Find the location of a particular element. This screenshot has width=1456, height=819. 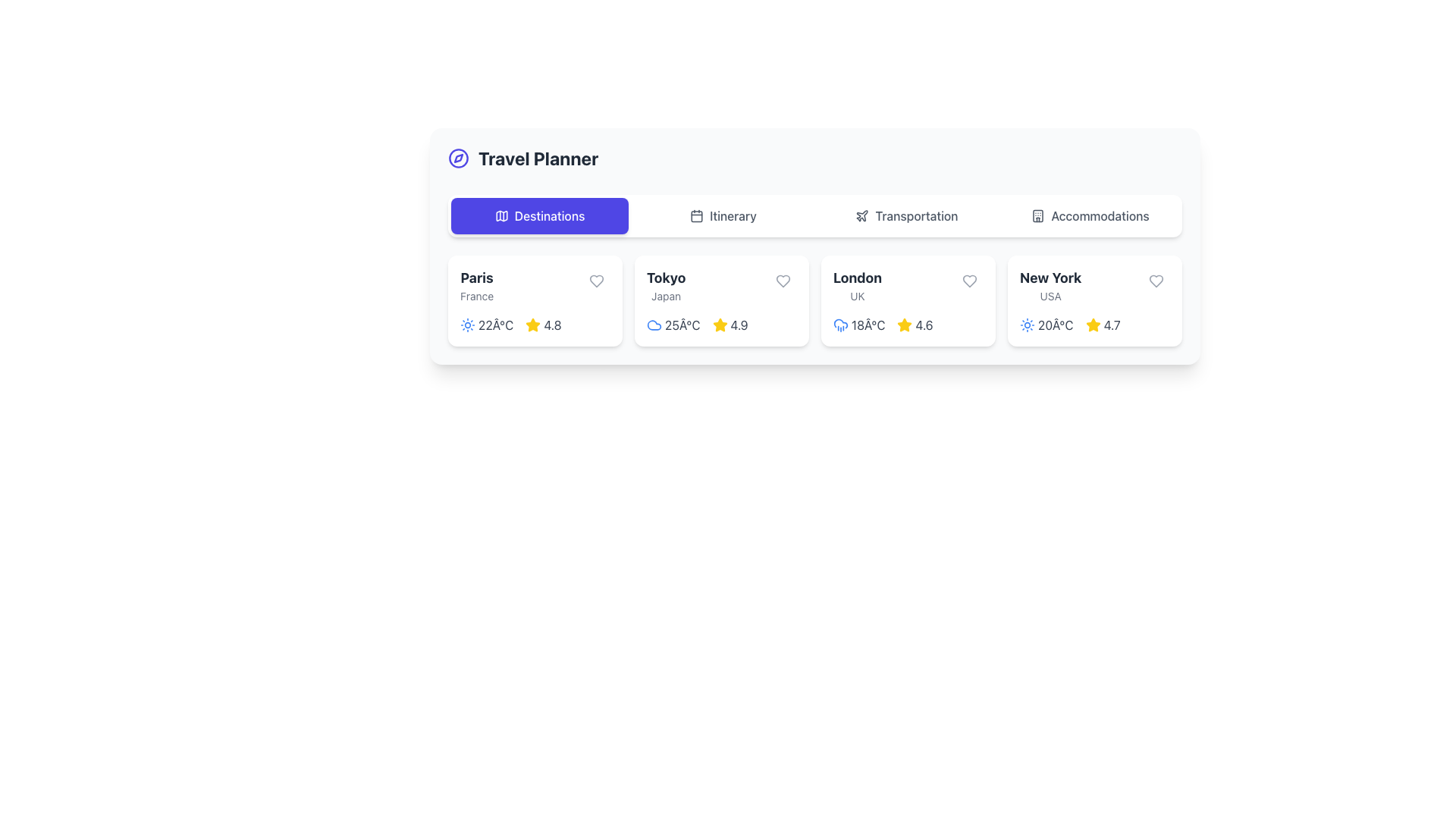

the text label displaying the word 'London', which is bold and larger in font size, located in the third card from the left in a row of destination cards is located at coordinates (858, 278).